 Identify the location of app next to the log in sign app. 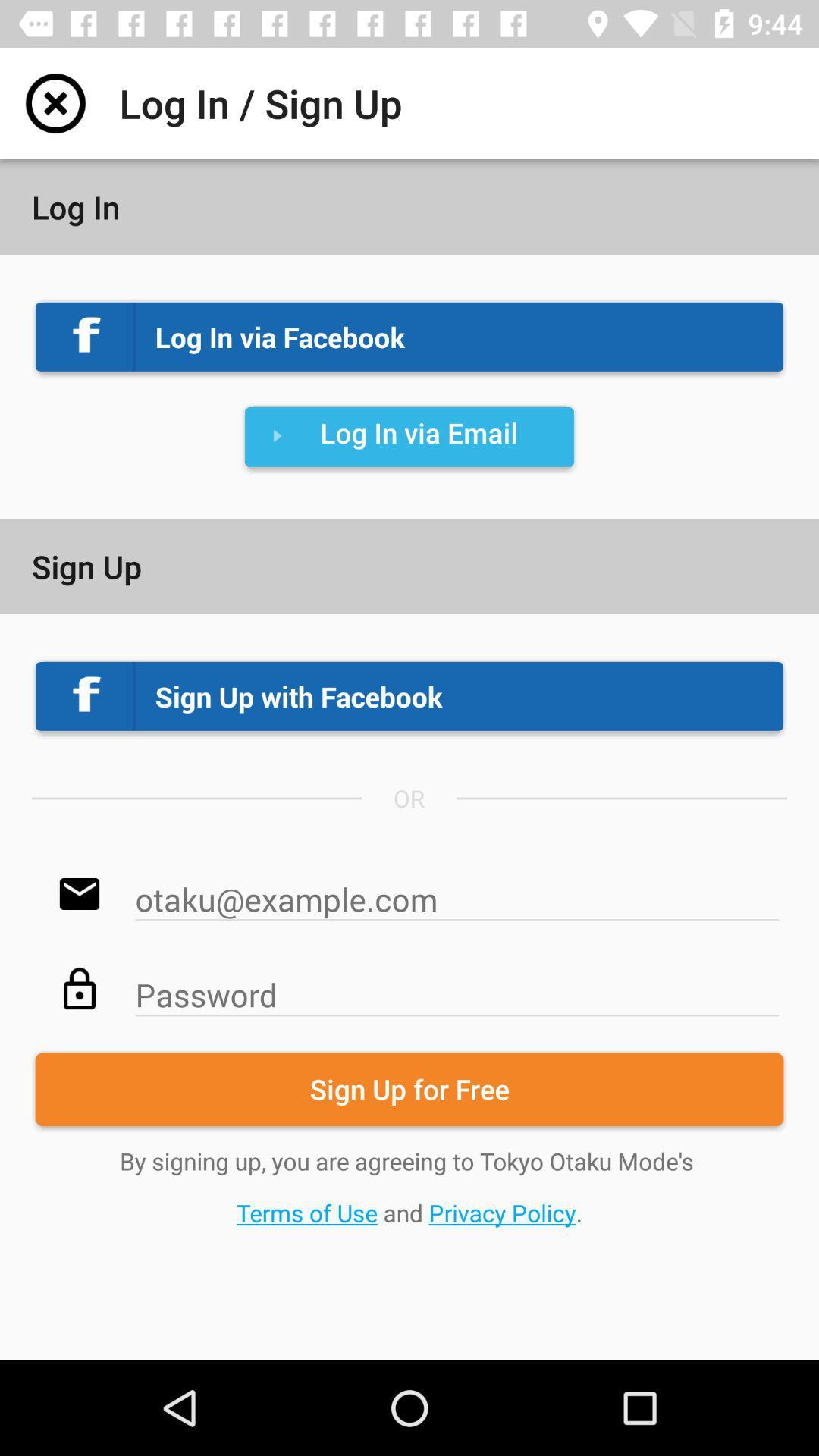
(55, 102).